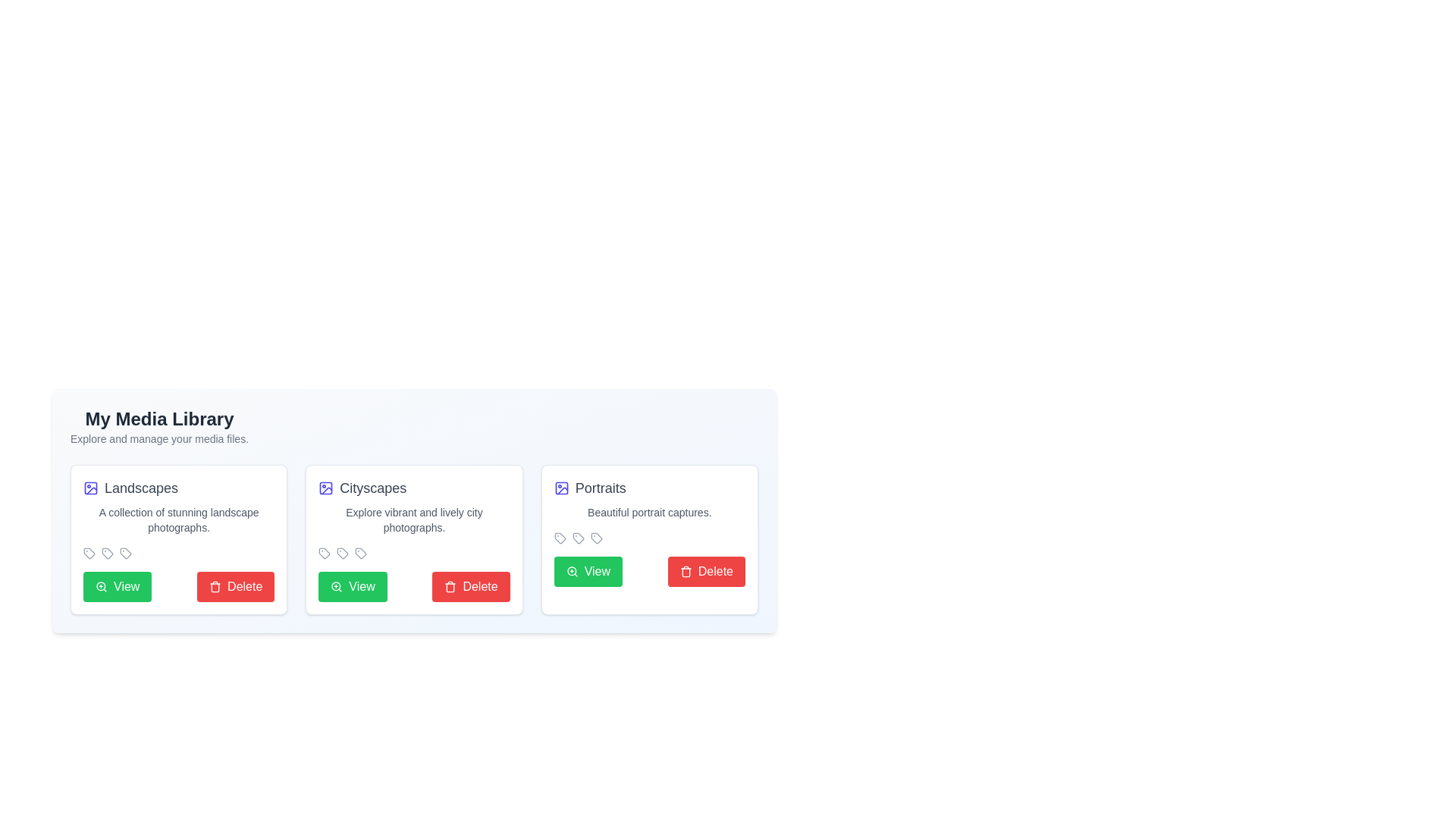  I want to click on text label 'Portraits' which is a medium-sized dark gray label located in the top part of the rightmost card, aligned with an image icon on its left, so click(600, 488).